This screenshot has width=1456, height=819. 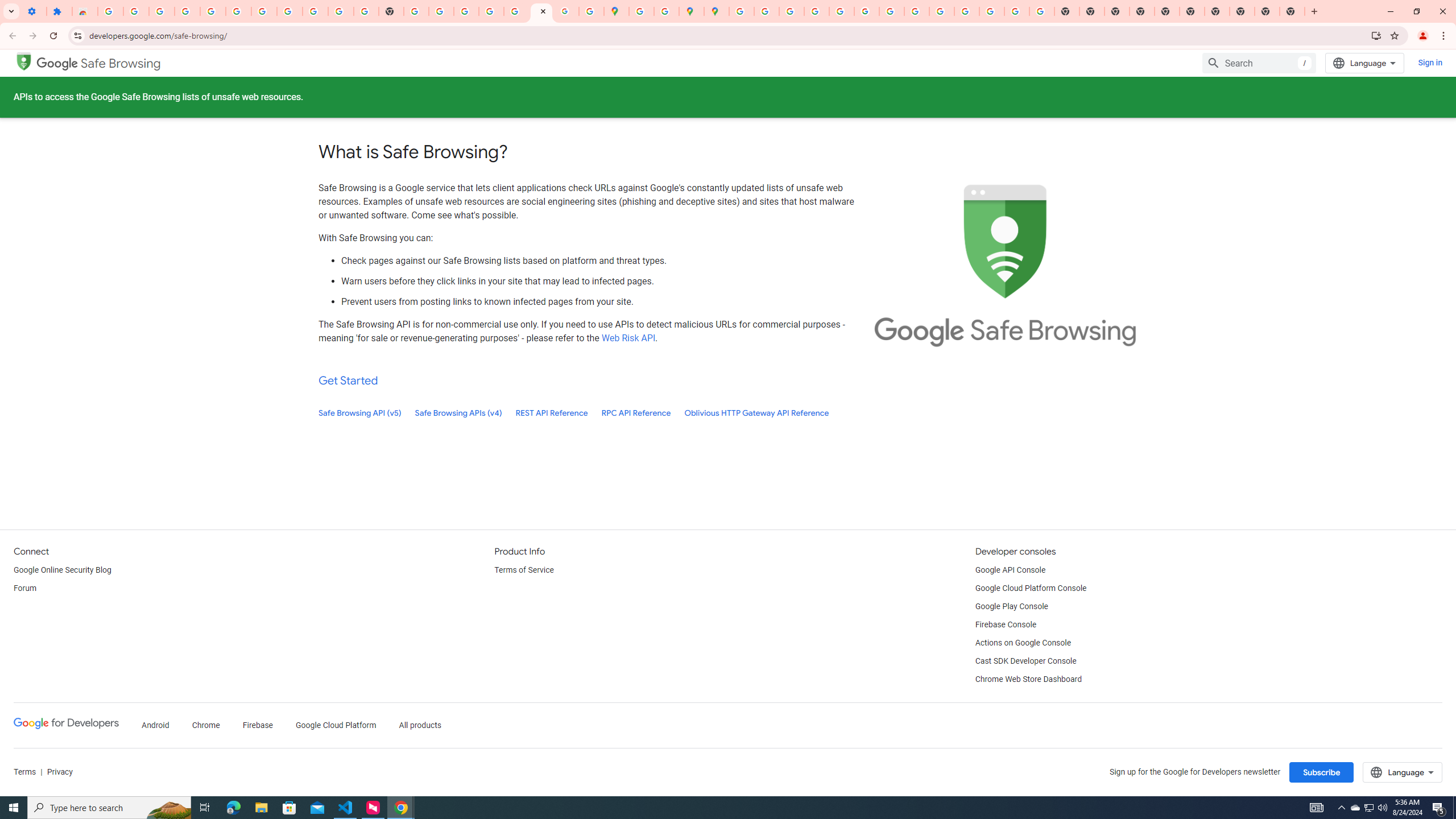 I want to click on 'REST API Reference', so click(x=552, y=412).